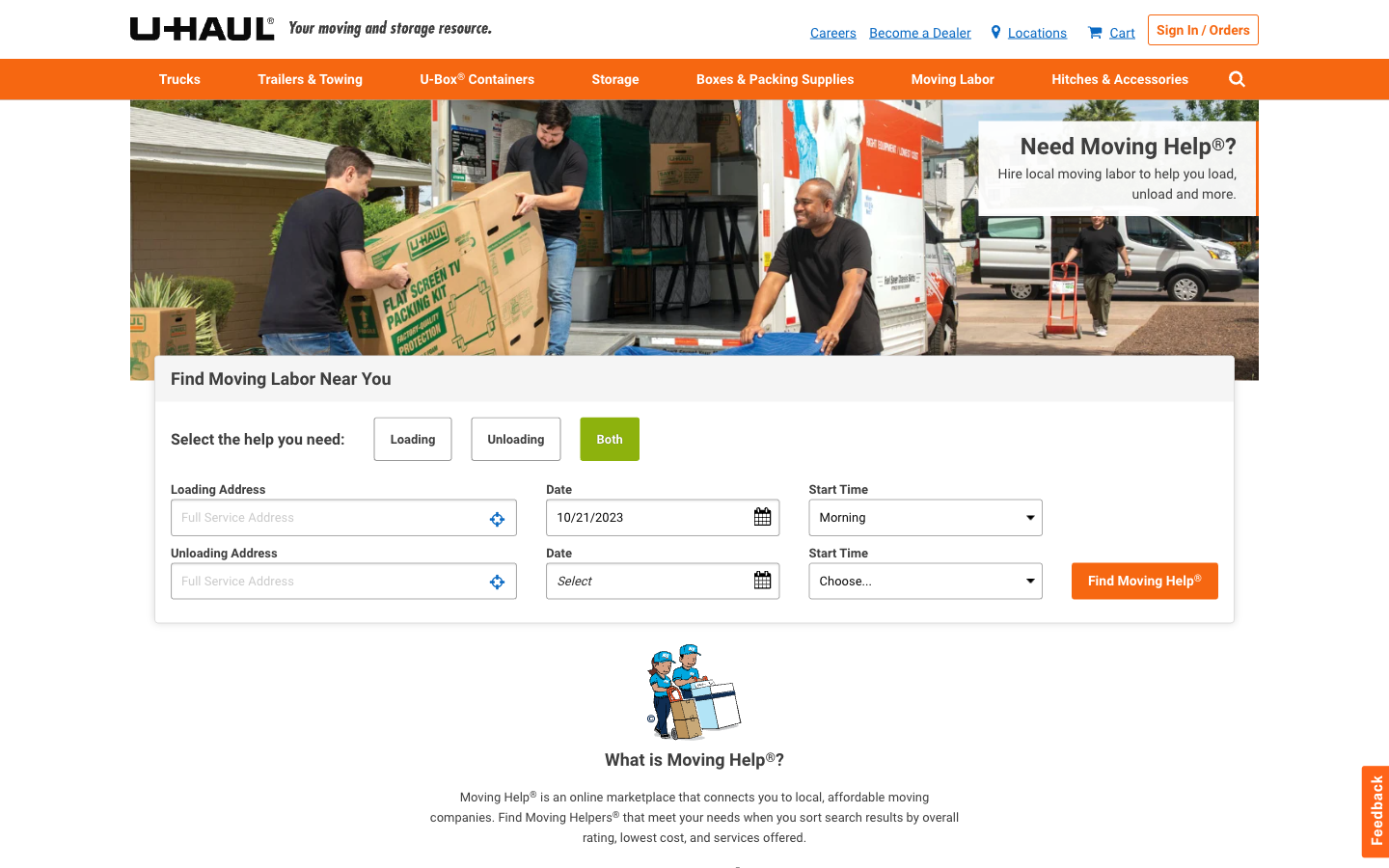 The image size is (1389, 868). I want to click on Looking to employ local hands for shifting, so click(1085, 176).